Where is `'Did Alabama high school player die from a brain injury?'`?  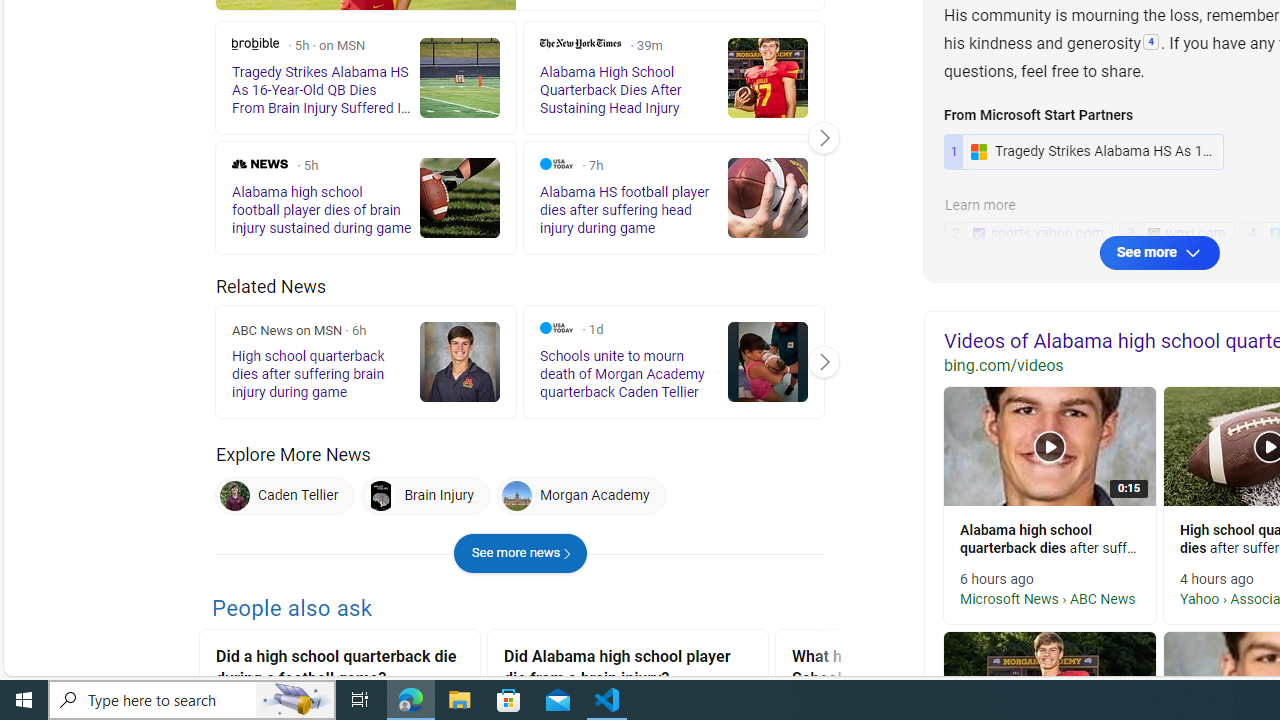 'Did Alabama high school player die from a brain injury?' is located at coordinates (627, 670).